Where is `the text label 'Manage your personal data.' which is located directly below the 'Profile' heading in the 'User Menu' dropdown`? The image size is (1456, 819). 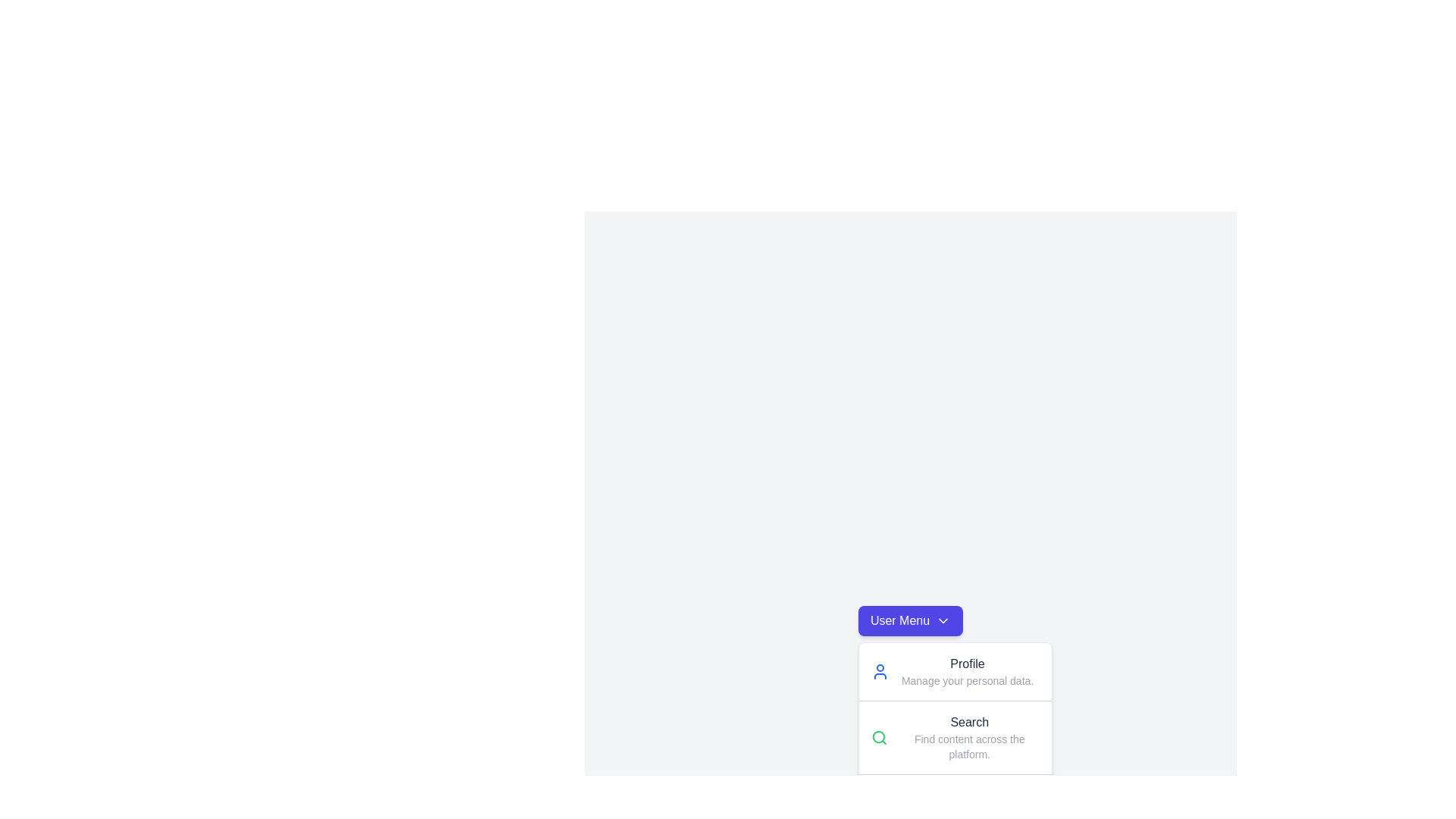
the text label 'Manage your personal data.' which is located directly below the 'Profile' heading in the 'User Menu' dropdown is located at coordinates (967, 680).